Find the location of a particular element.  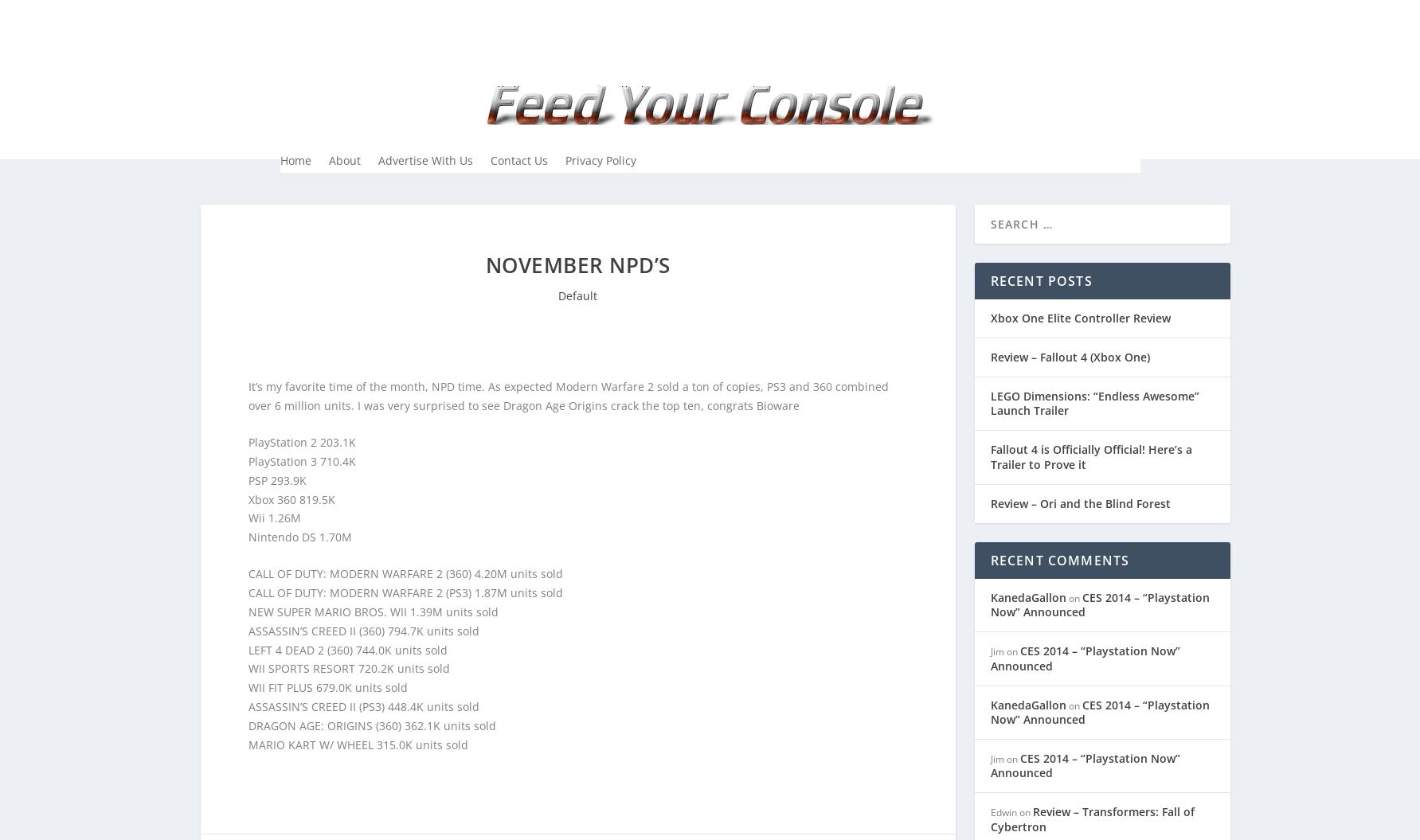

'About' is located at coordinates (344, 158).